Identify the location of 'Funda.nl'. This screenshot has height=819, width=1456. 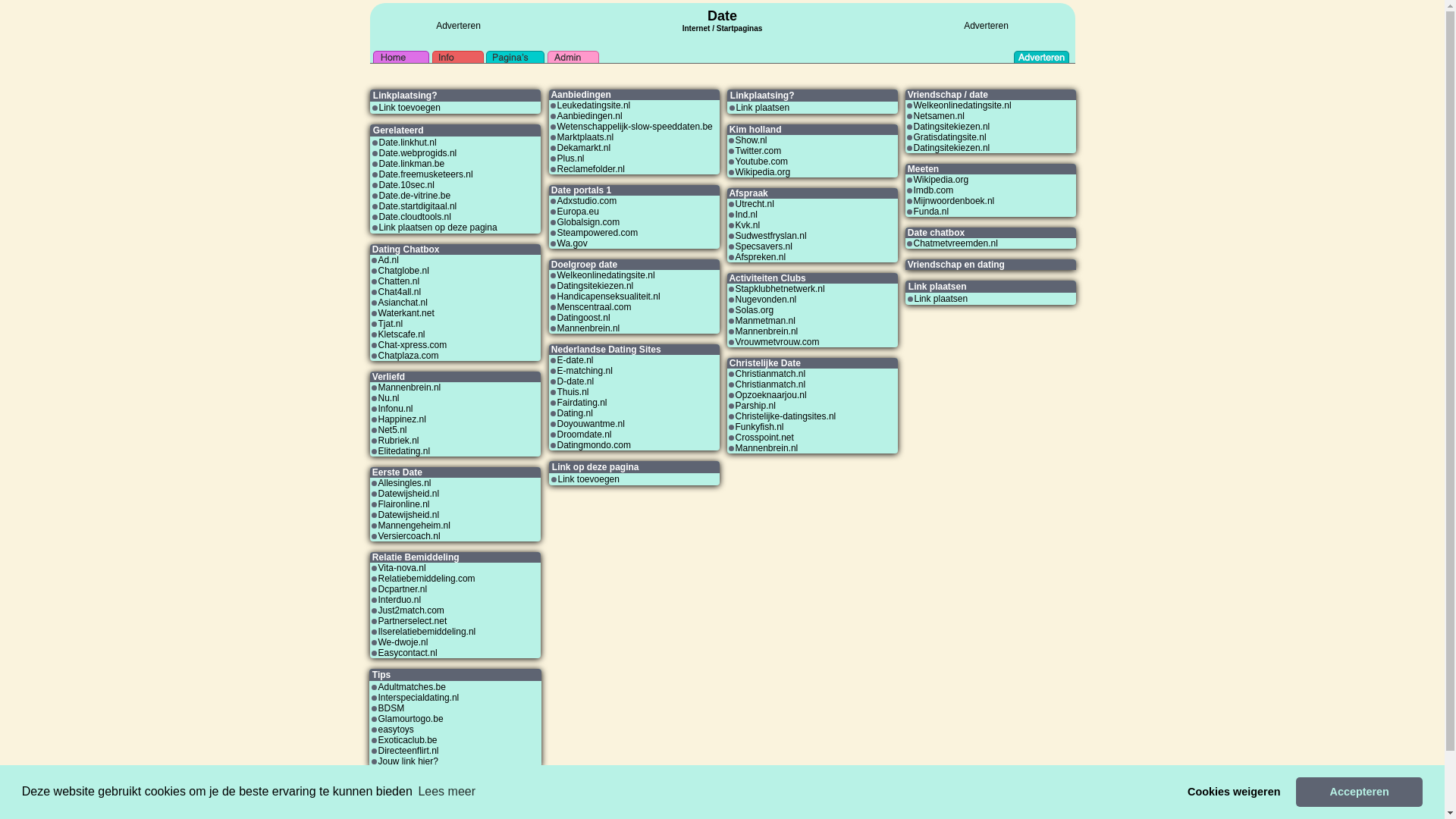
(930, 211).